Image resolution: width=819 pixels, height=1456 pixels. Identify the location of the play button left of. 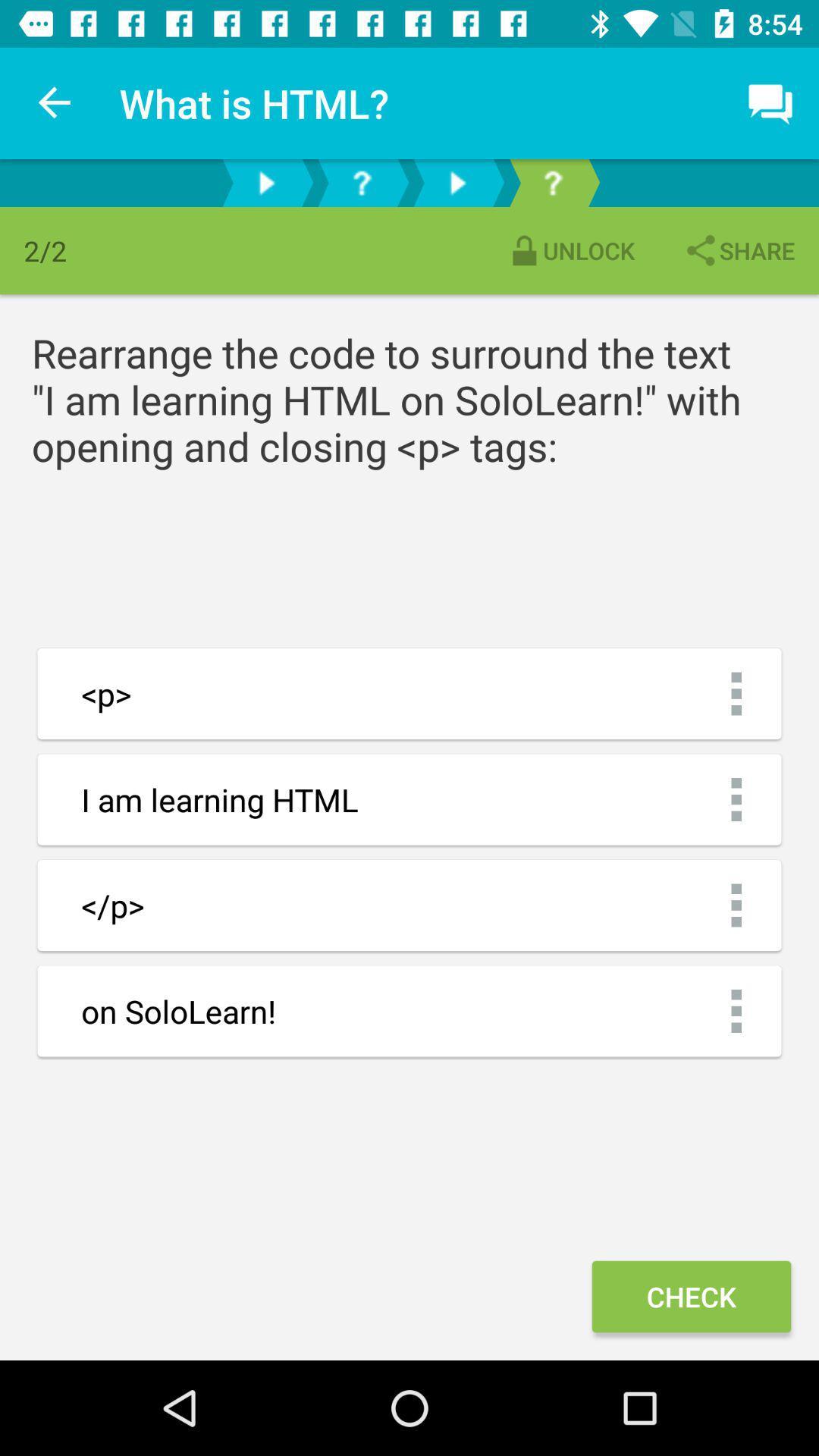
(265, 182).